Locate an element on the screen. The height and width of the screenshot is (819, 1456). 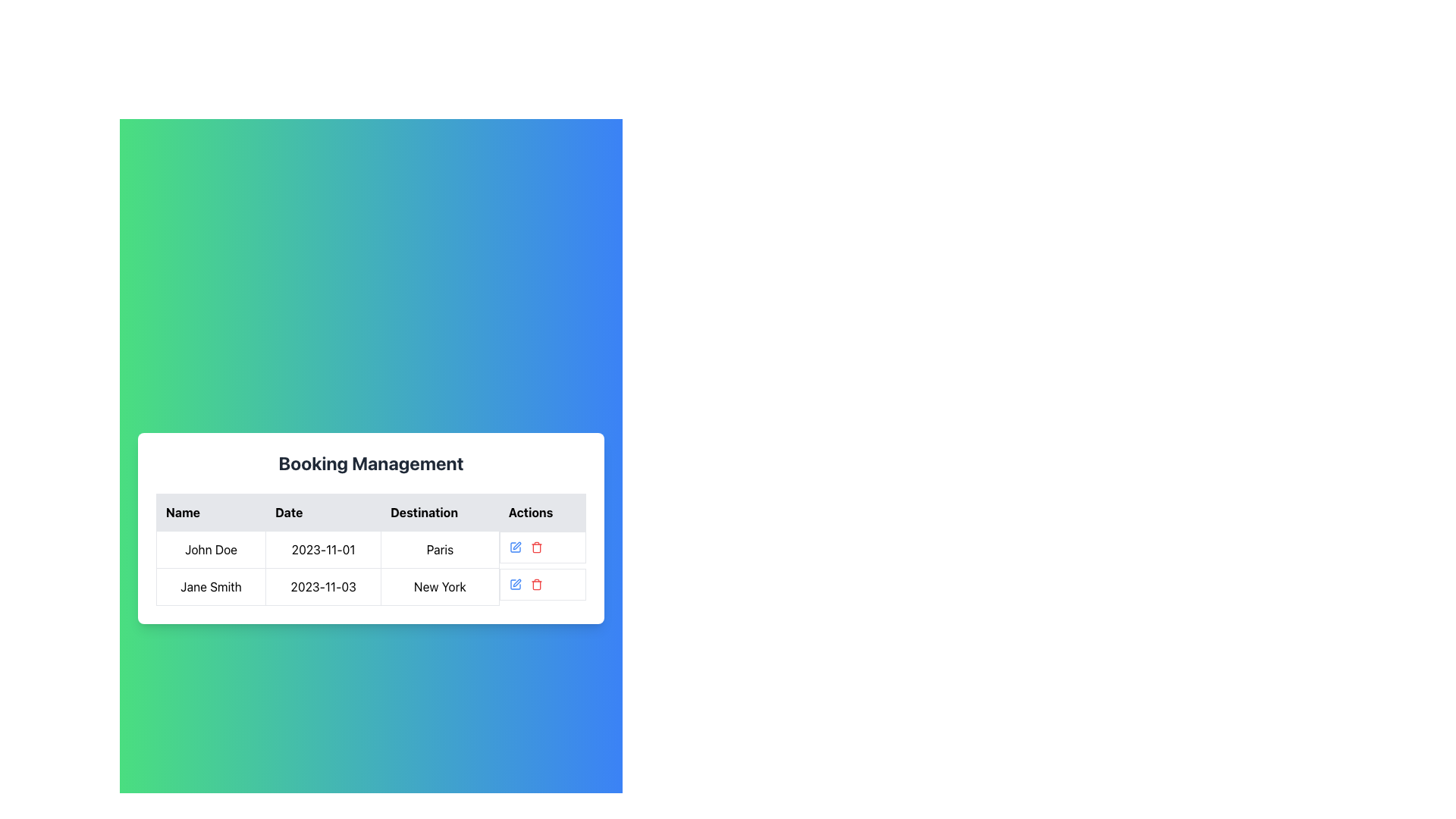
the first row of the table under the 'Booking Management' header, which contains the text 'John Doe', '2023-11-01', and 'Paris' is located at coordinates (371, 550).